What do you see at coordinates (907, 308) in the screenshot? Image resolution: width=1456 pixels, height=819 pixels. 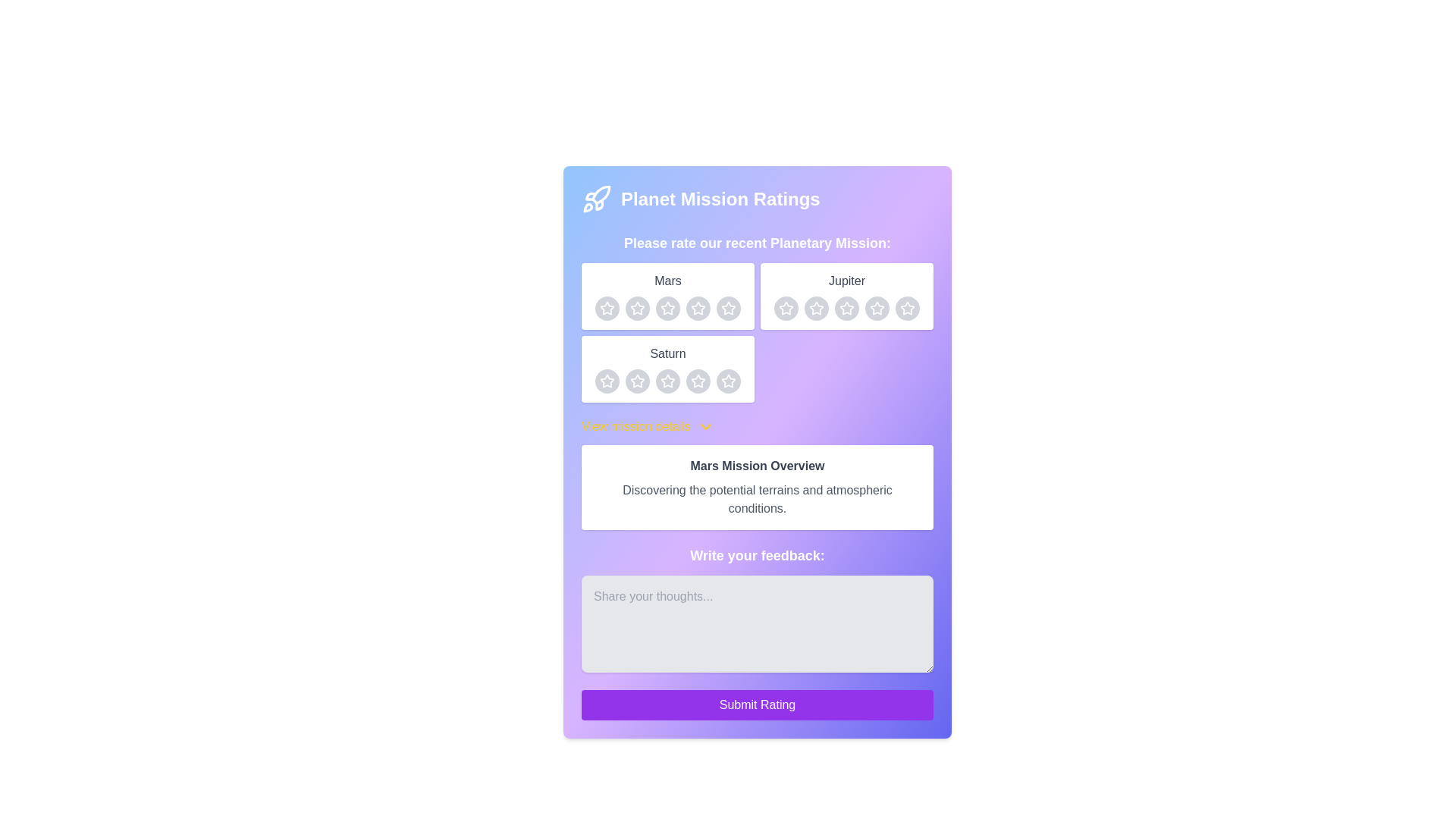 I see `the circular button containing a white star icon in the fifth position of the star rating system under the Jupiter section for accessibility` at bounding box center [907, 308].